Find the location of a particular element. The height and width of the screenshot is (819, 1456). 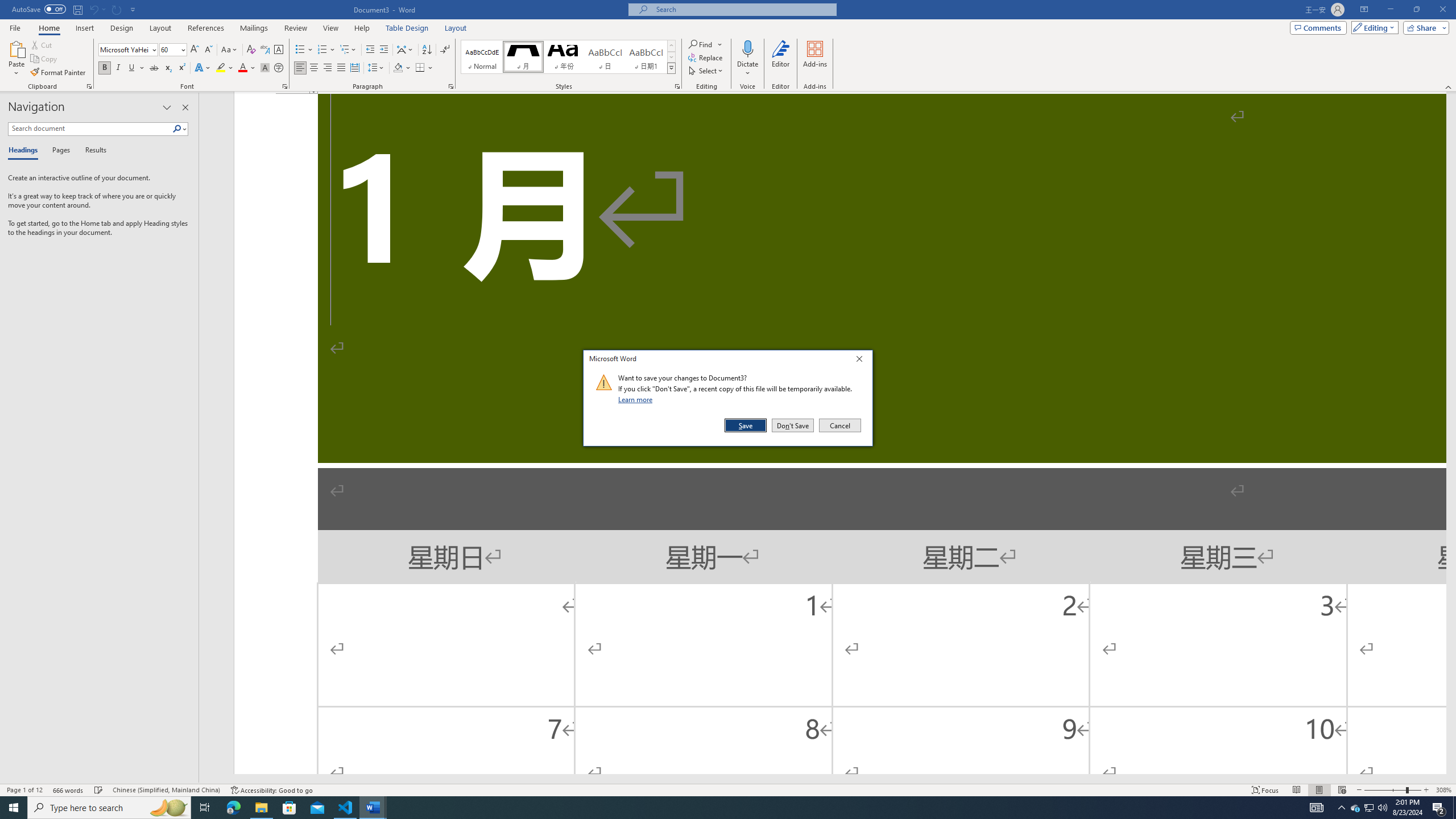

'Align Left' is located at coordinates (300, 67).